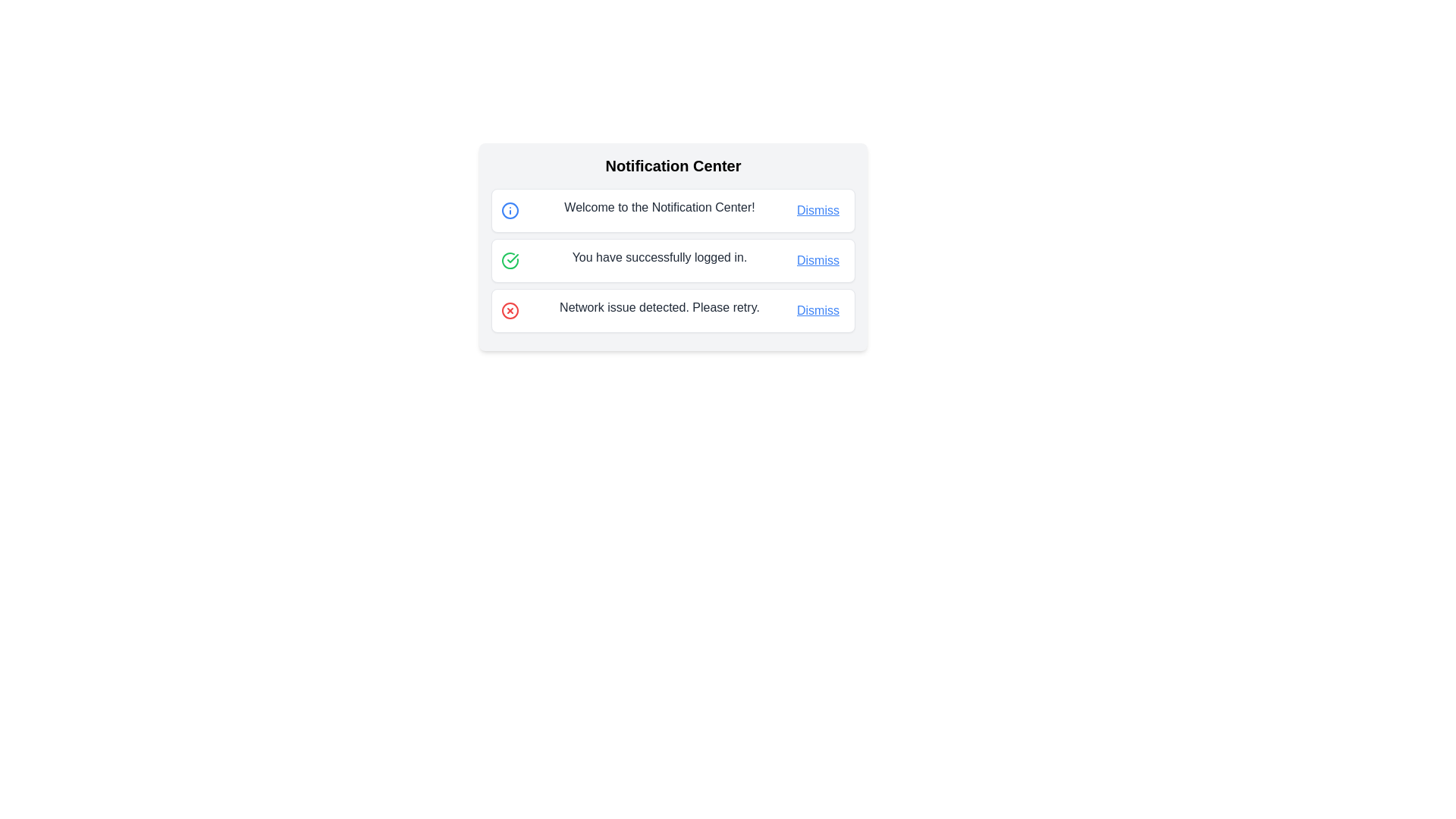  Describe the element at coordinates (659, 207) in the screenshot. I see `the text element displaying 'Welcome to the Notification Center!' which is the first notification entry in a stacked list, located between a blue circular icon and a 'Dismiss' link` at that location.